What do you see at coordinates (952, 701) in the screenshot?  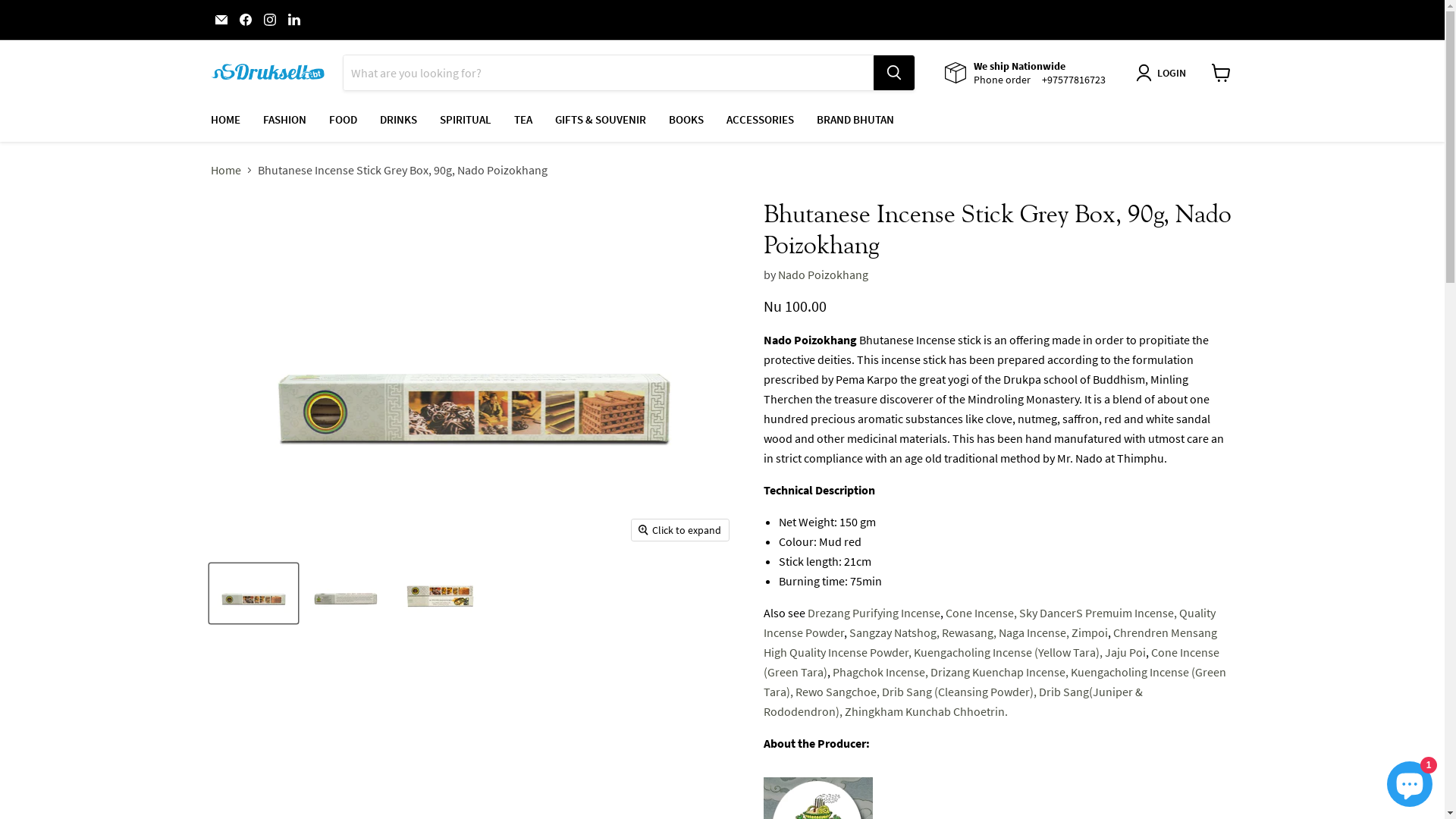 I see `'Drib Sang(Juniper & Rododendron),'` at bounding box center [952, 701].